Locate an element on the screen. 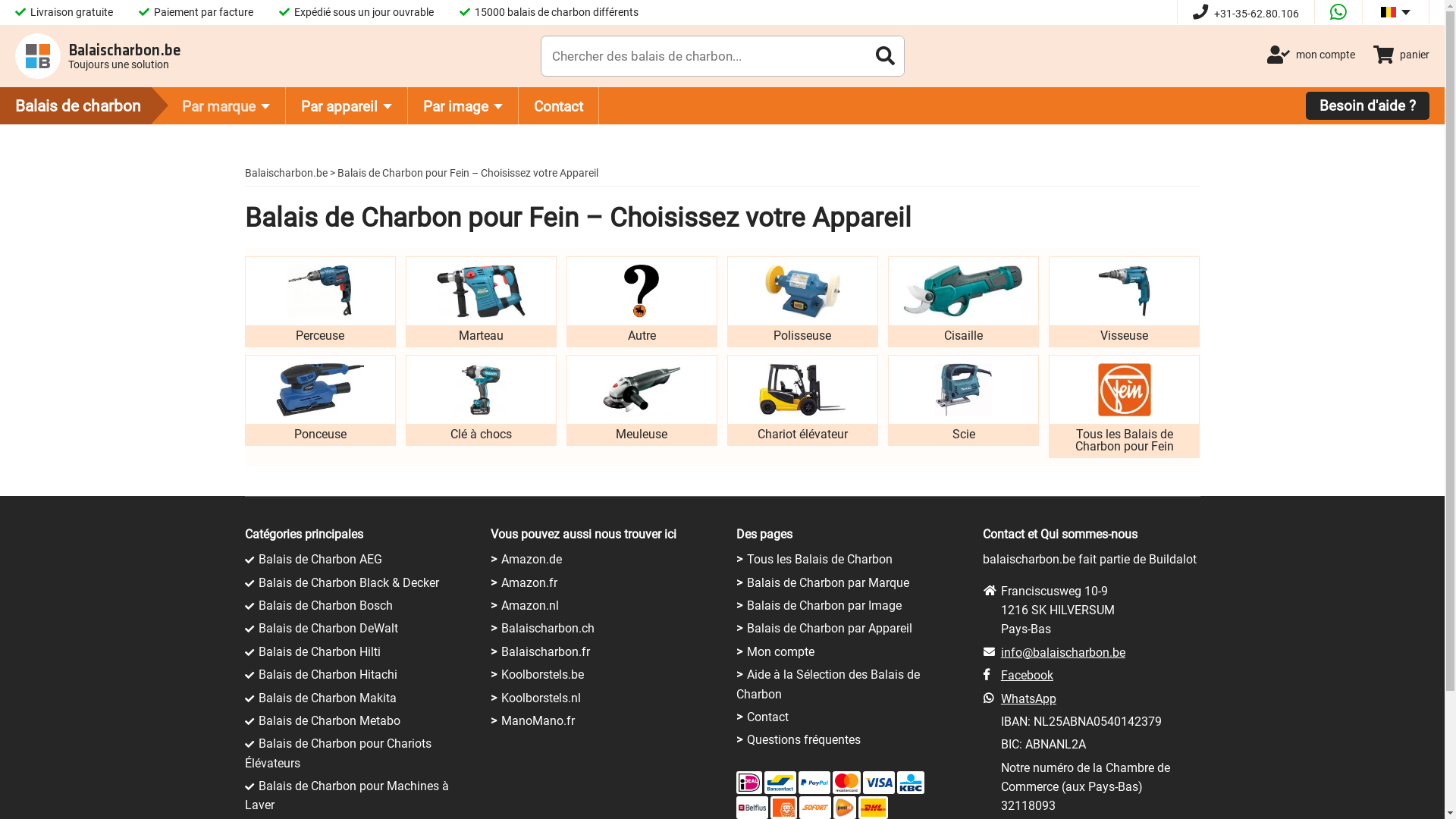 This screenshot has width=1456, height=819. 'Balais de Charbon Bosch' is located at coordinates (324, 604).